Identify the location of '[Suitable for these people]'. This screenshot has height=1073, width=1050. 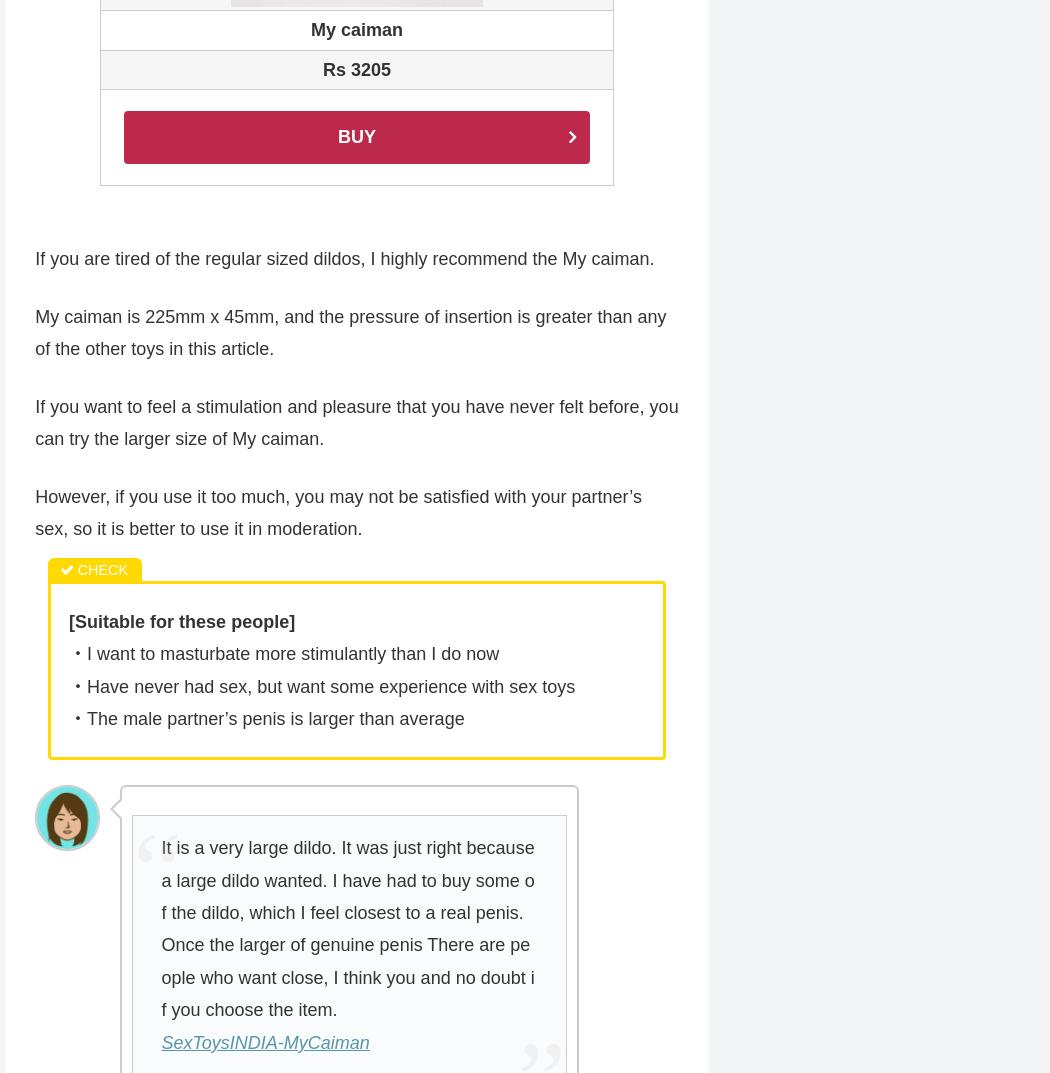
(67, 622).